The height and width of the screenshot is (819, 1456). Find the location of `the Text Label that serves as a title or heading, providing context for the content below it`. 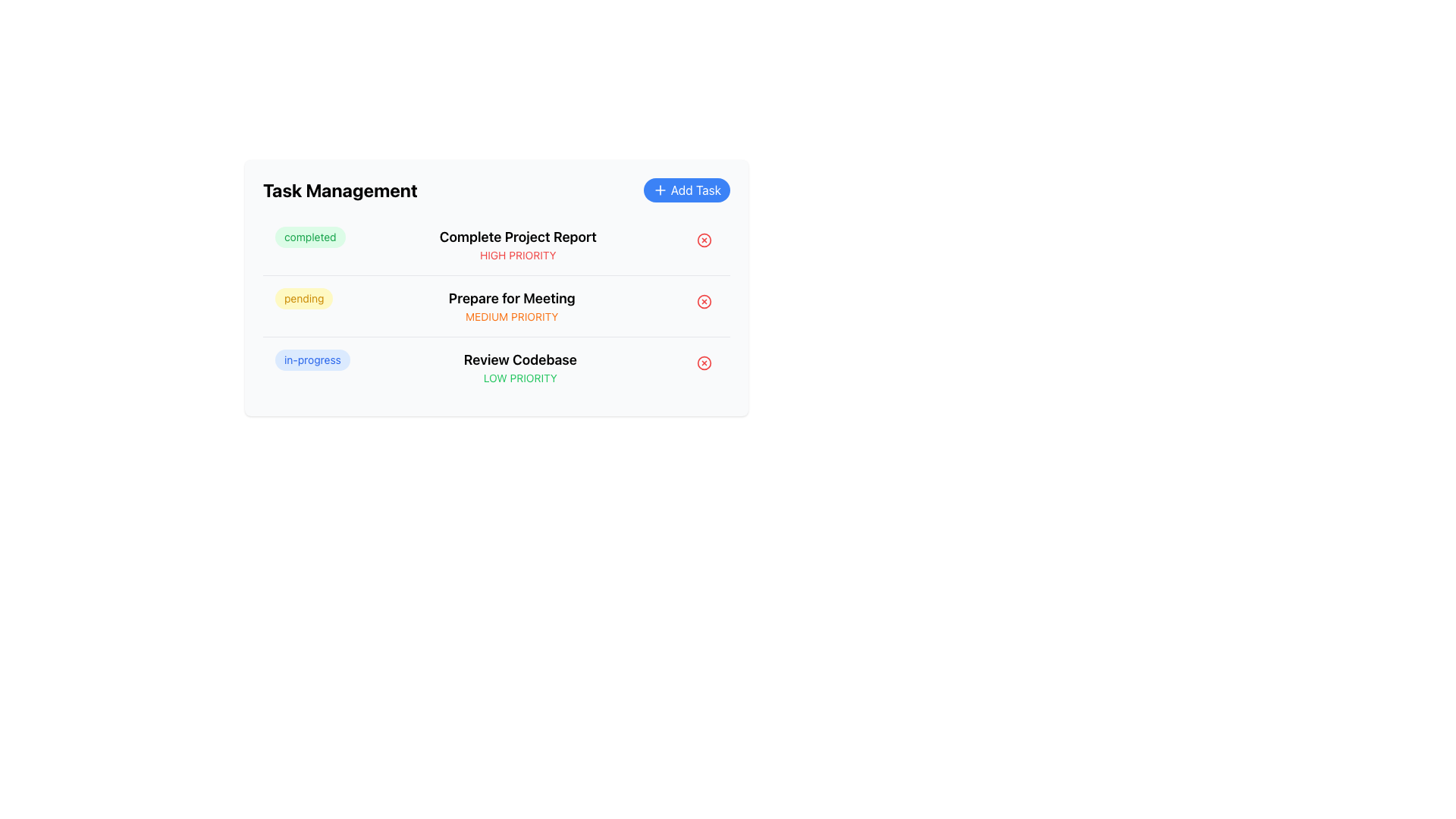

the Text Label that serves as a title or heading, providing context for the content below it is located at coordinates (339, 189).